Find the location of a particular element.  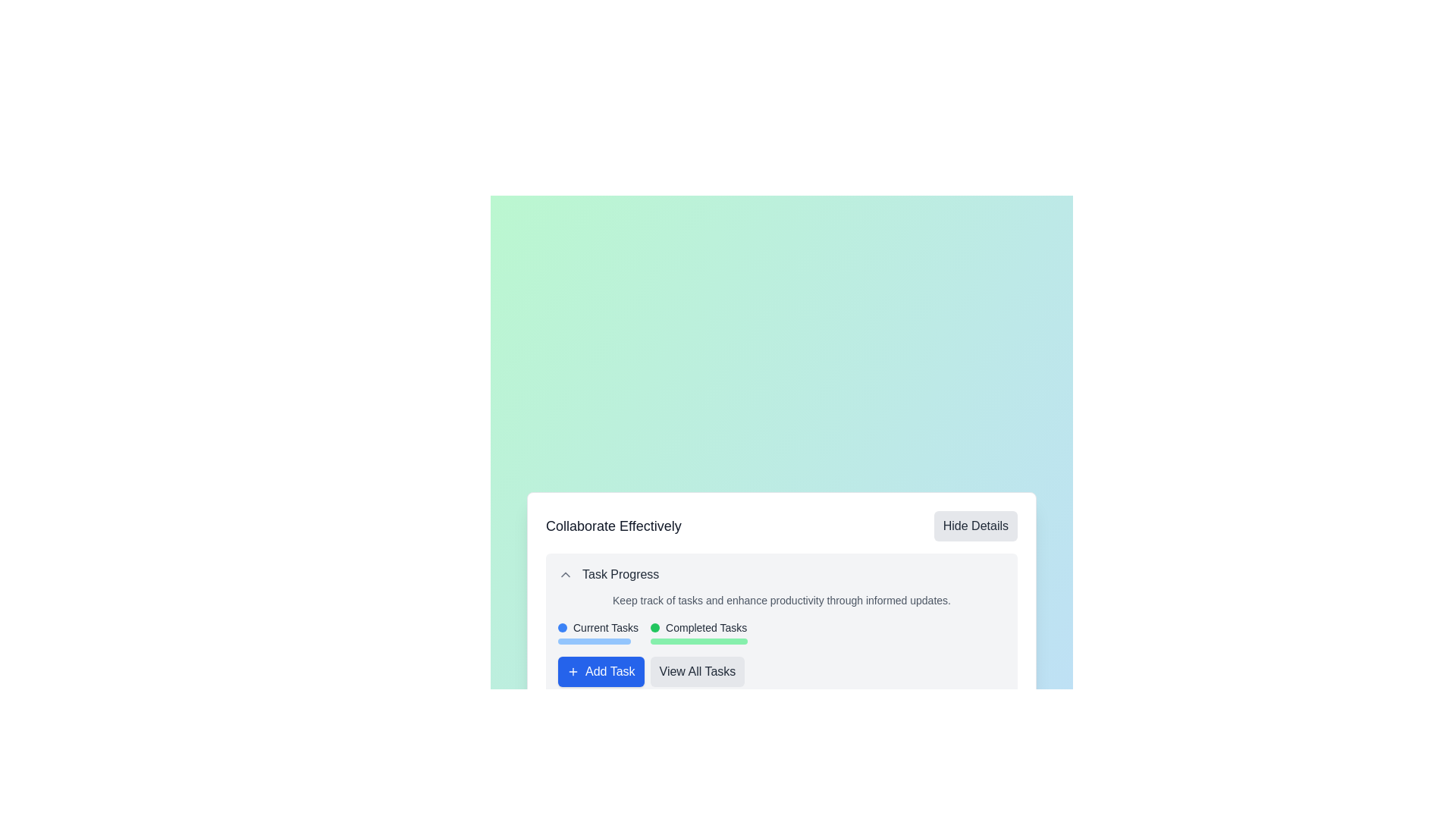

the static text block that provides descriptive context for the 'Task Progress' section, located beneath the 'Task Progress' header is located at coordinates (782, 599).